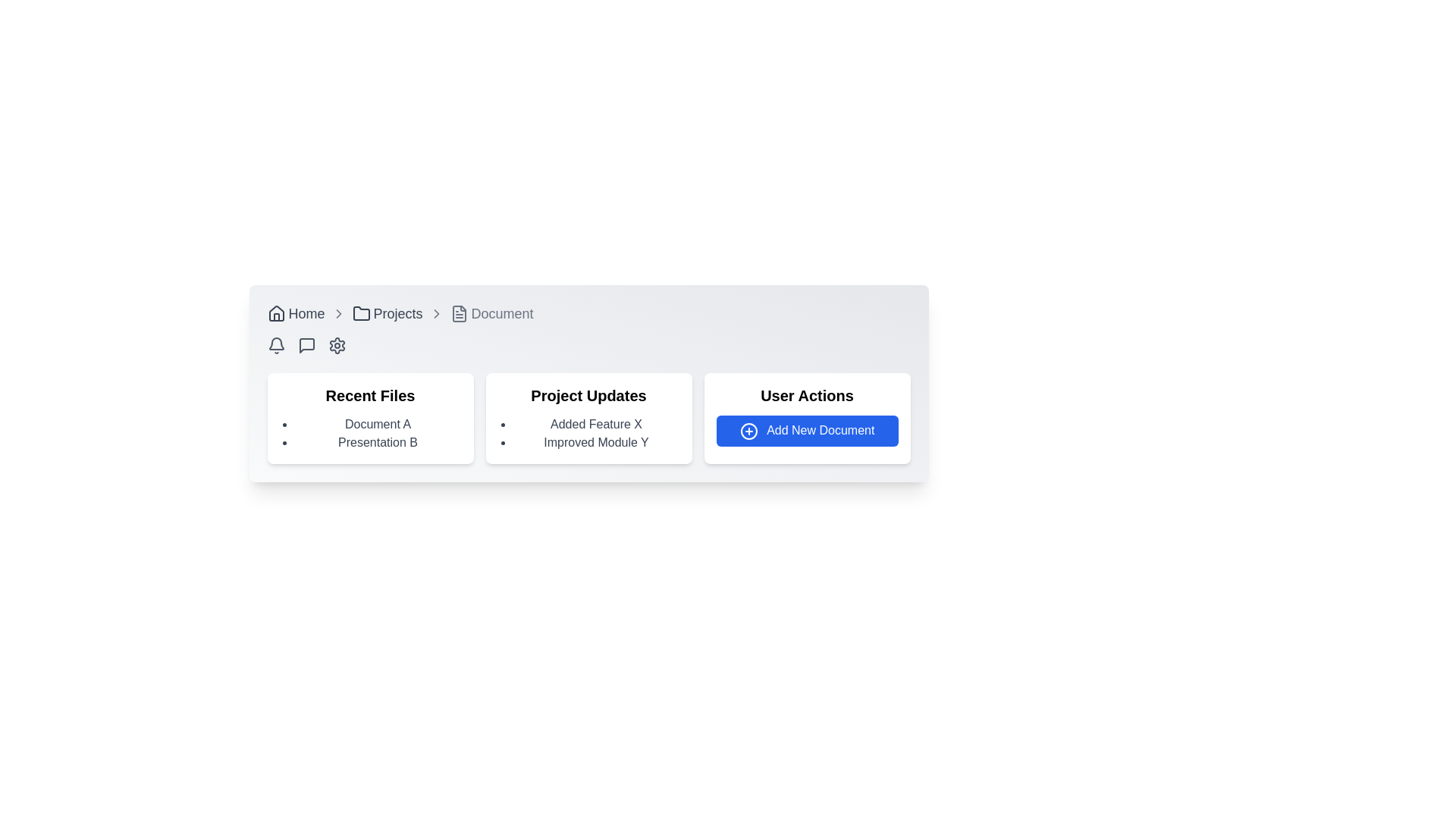  Describe the element at coordinates (296, 312) in the screenshot. I see `the 'Home' navigation link with house icon located in the top-left section of the breadcrumb navigation bar` at that location.